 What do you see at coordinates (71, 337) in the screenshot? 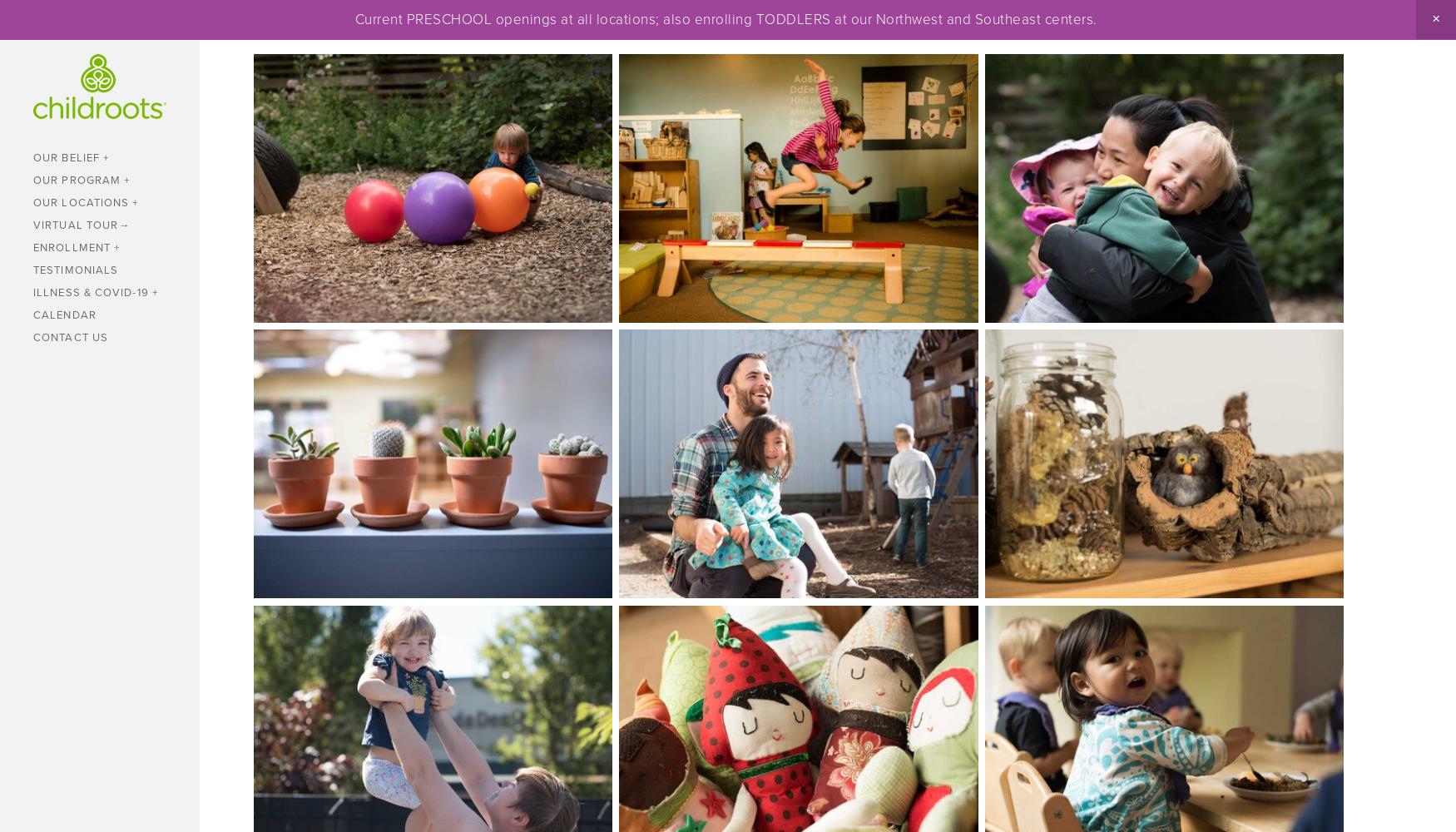
I see `'Contact Us'` at bounding box center [71, 337].